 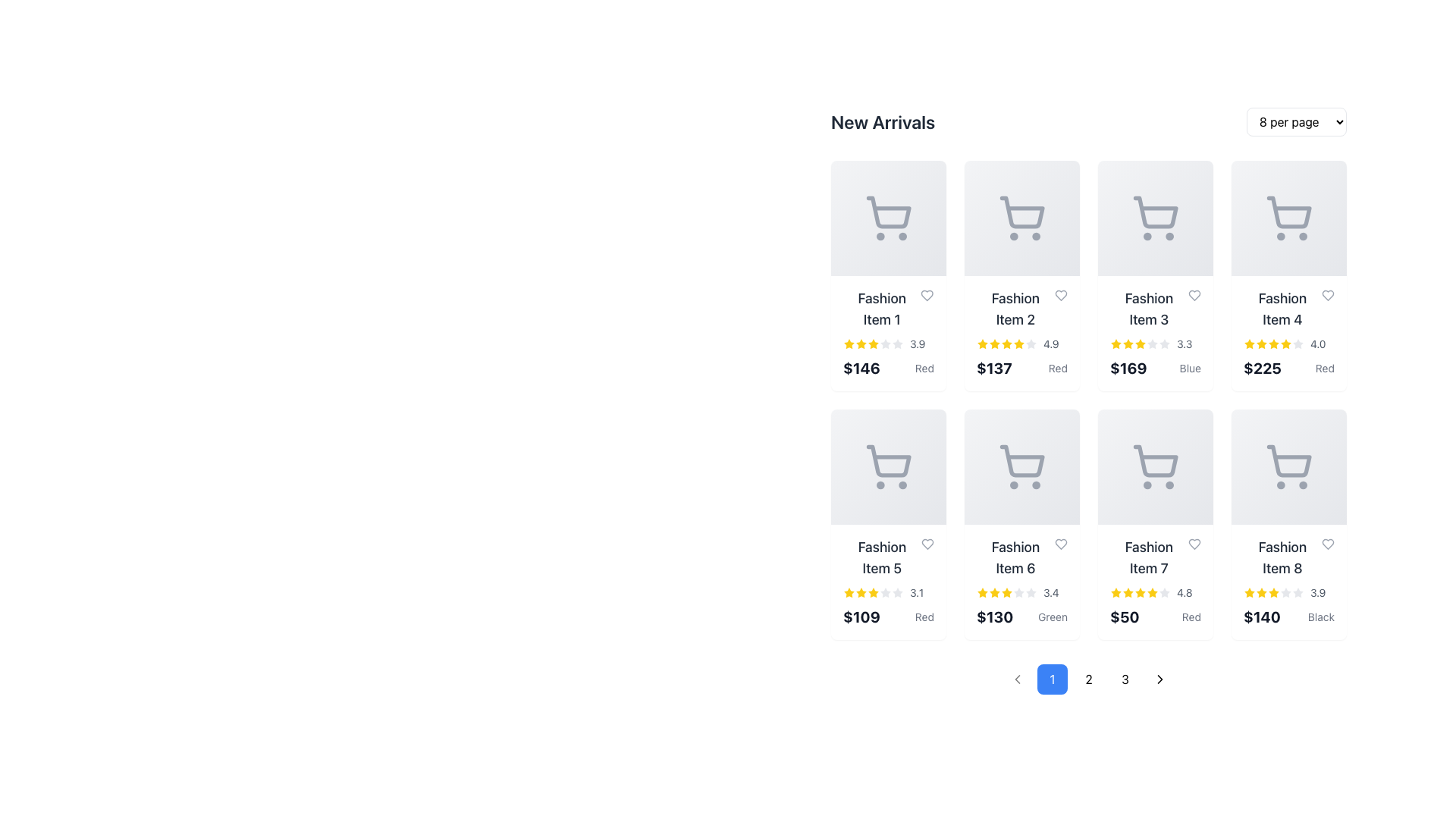 I want to click on price and color information from the Text label displaying '$109 Red' positioned below the rating stars for 'Fashion Item 5', so click(x=888, y=617).